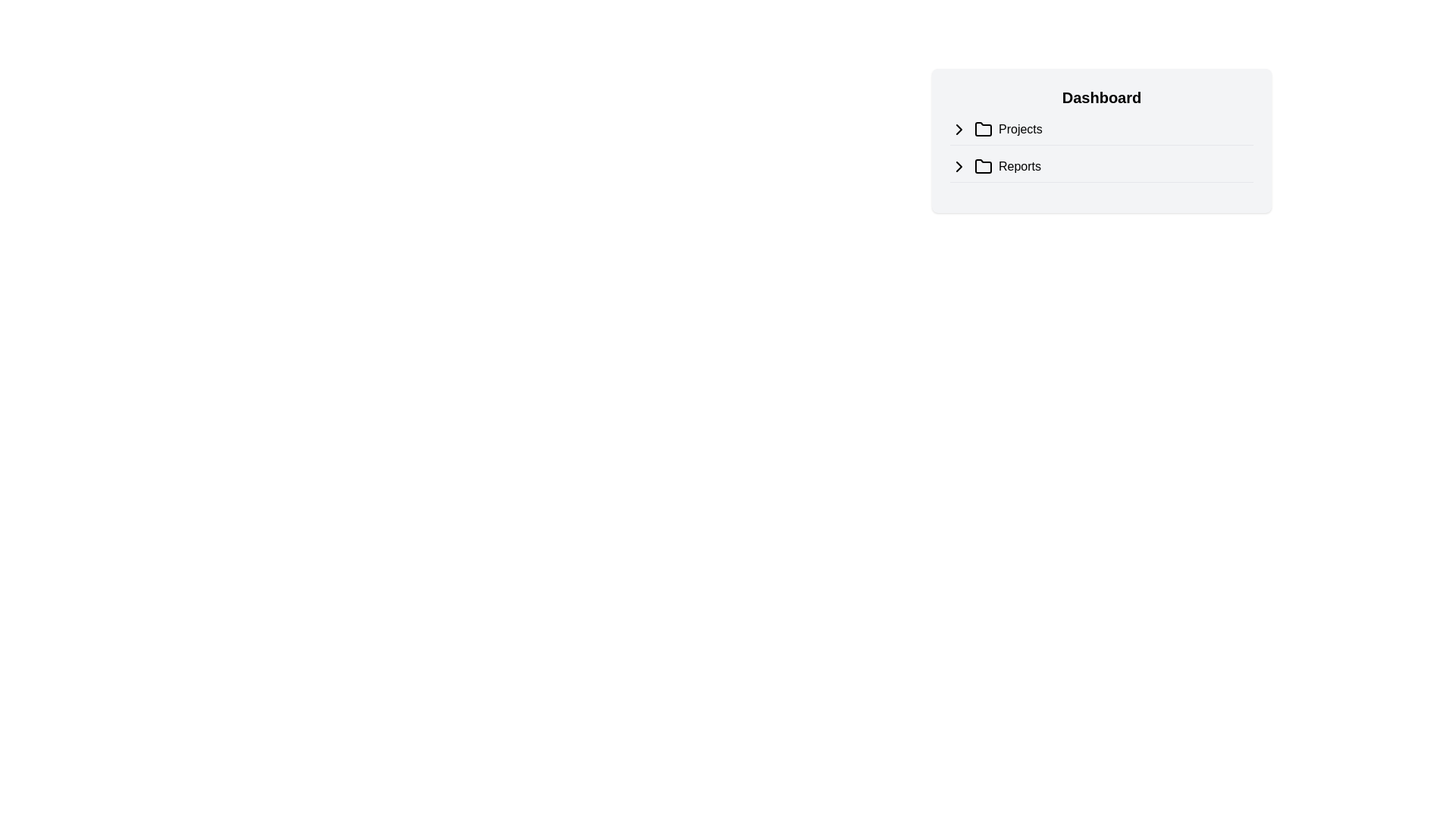 This screenshot has height=819, width=1456. I want to click on the black right chevron icon located to the left of the text 'Reports', so click(959, 166).